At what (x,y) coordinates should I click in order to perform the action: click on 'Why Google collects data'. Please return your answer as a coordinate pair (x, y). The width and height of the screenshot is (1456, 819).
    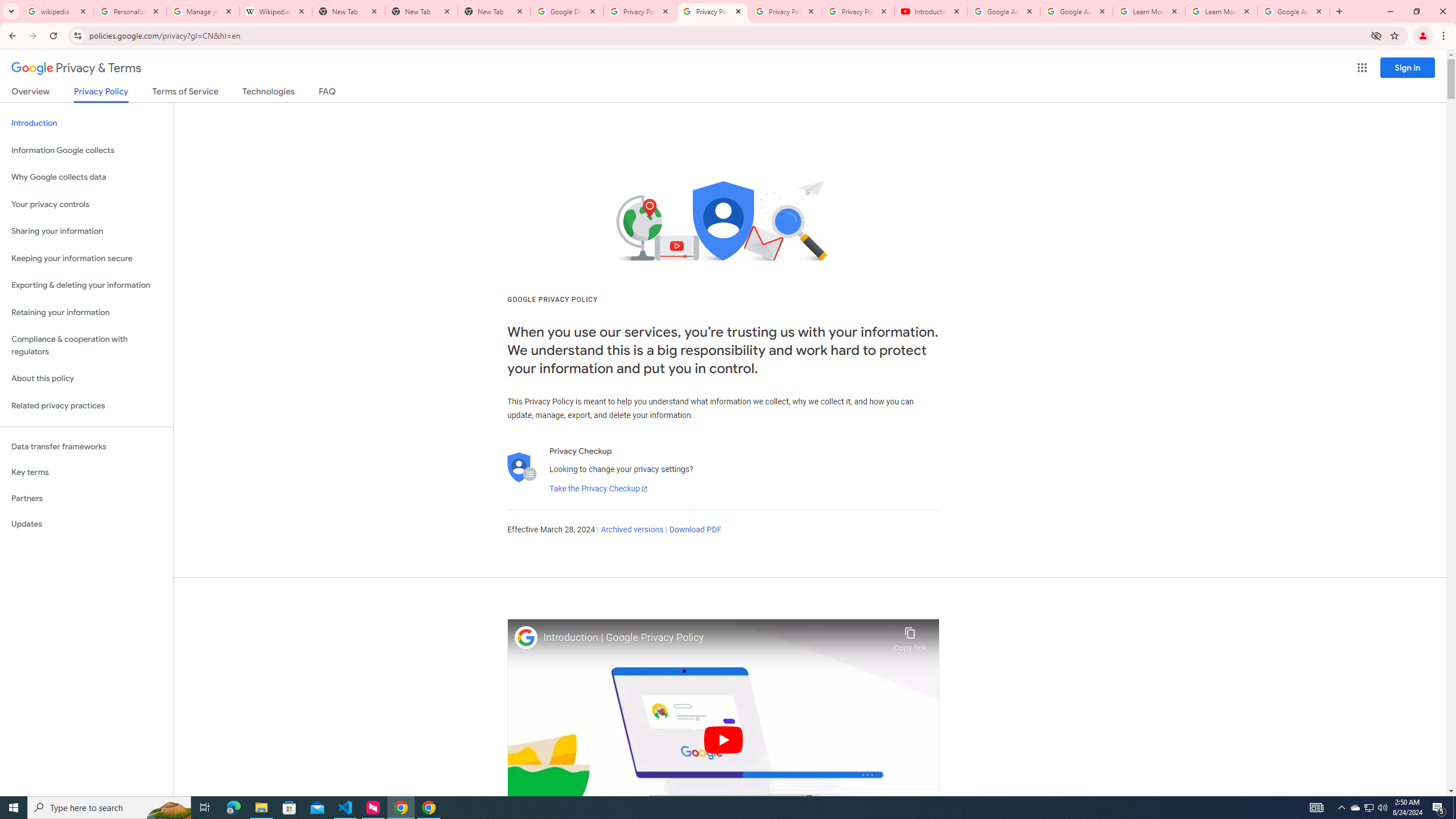
    Looking at the image, I should click on (86, 176).